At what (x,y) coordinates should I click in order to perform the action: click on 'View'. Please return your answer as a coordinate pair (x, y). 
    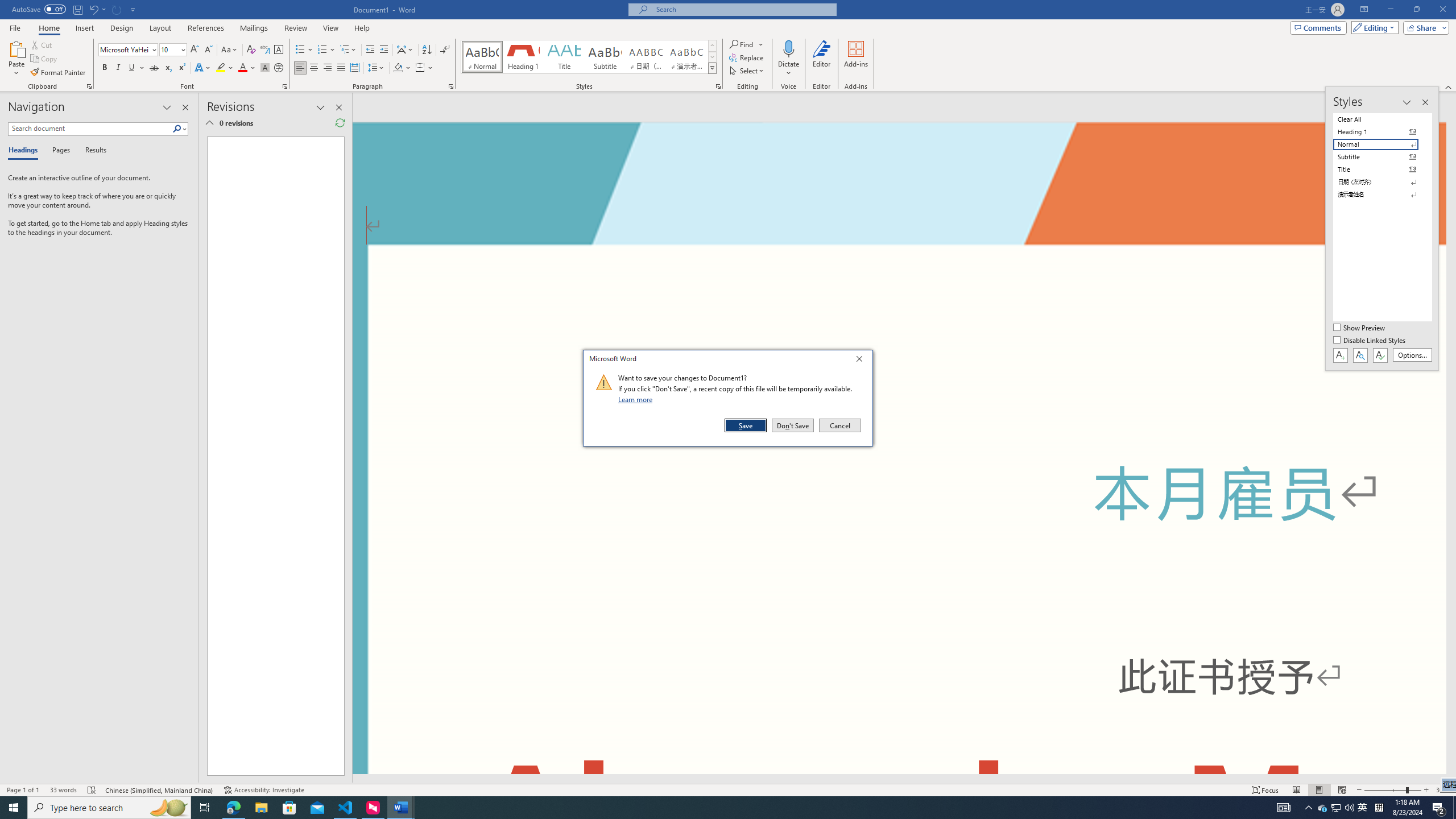
    Looking at the image, I should click on (331, 28).